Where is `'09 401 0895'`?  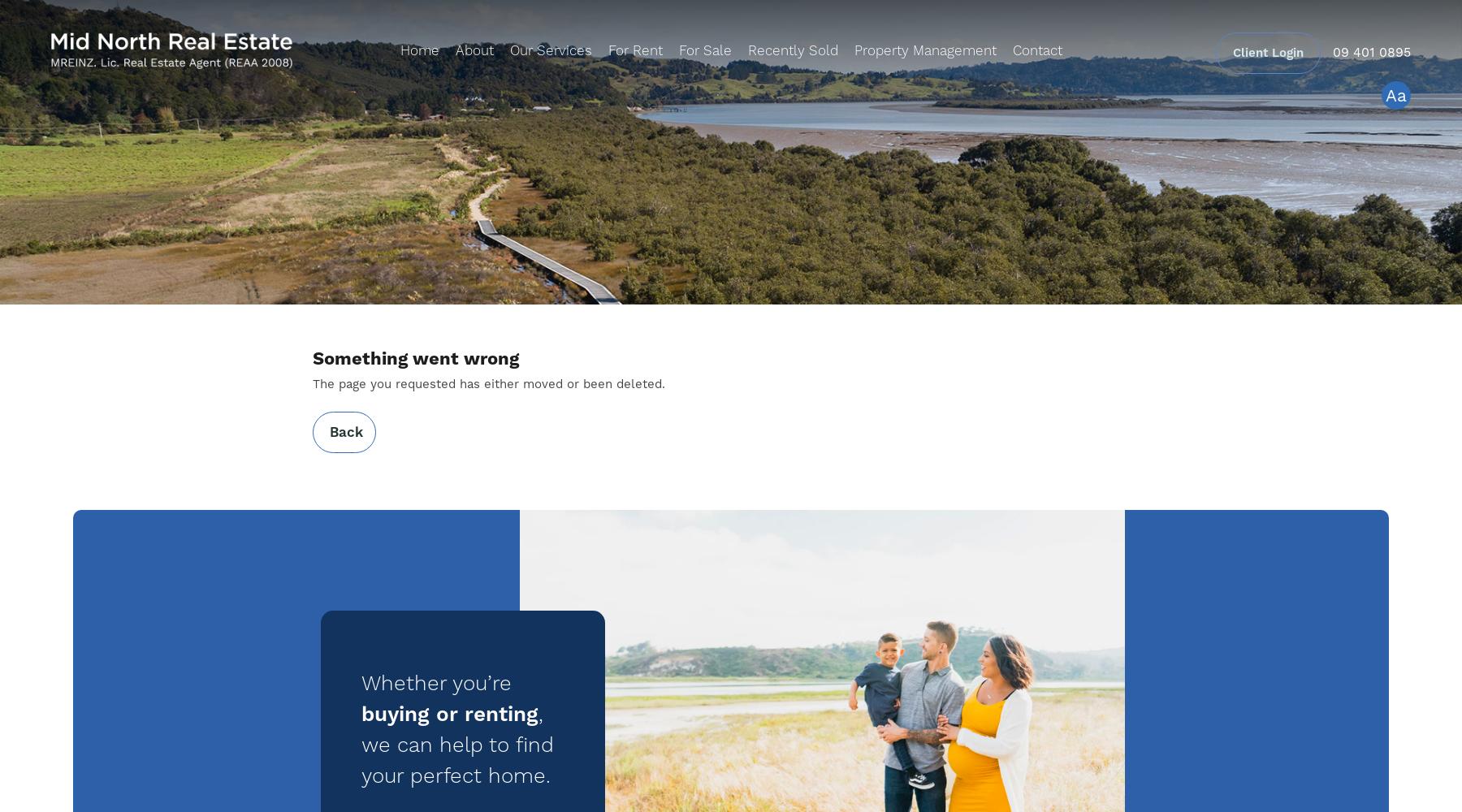 '09 401 0895' is located at coordinates (1332, 51).